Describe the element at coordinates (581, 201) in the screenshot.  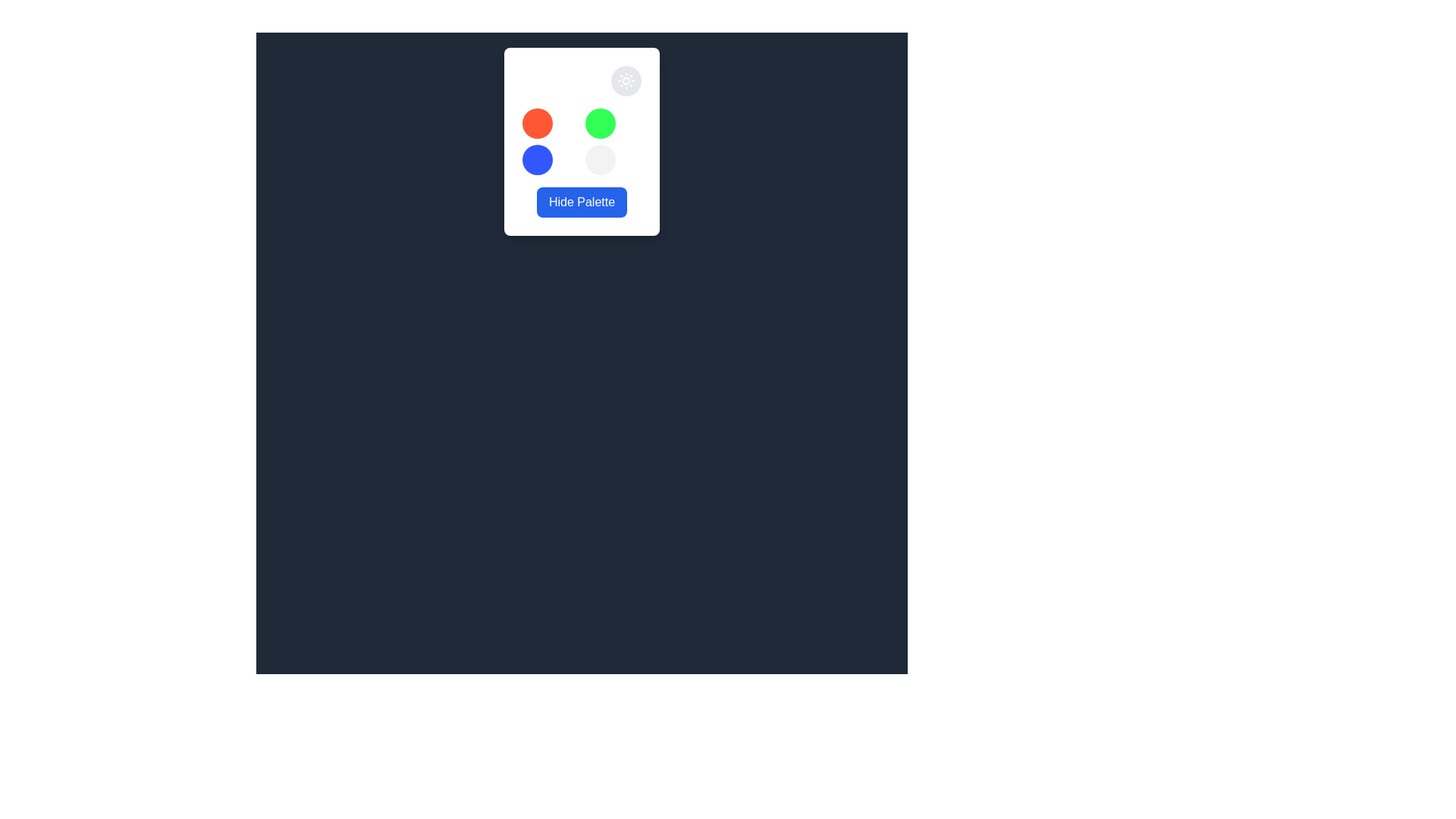
I see `the button located at the bottom of the white card with rounded corners` at that location.